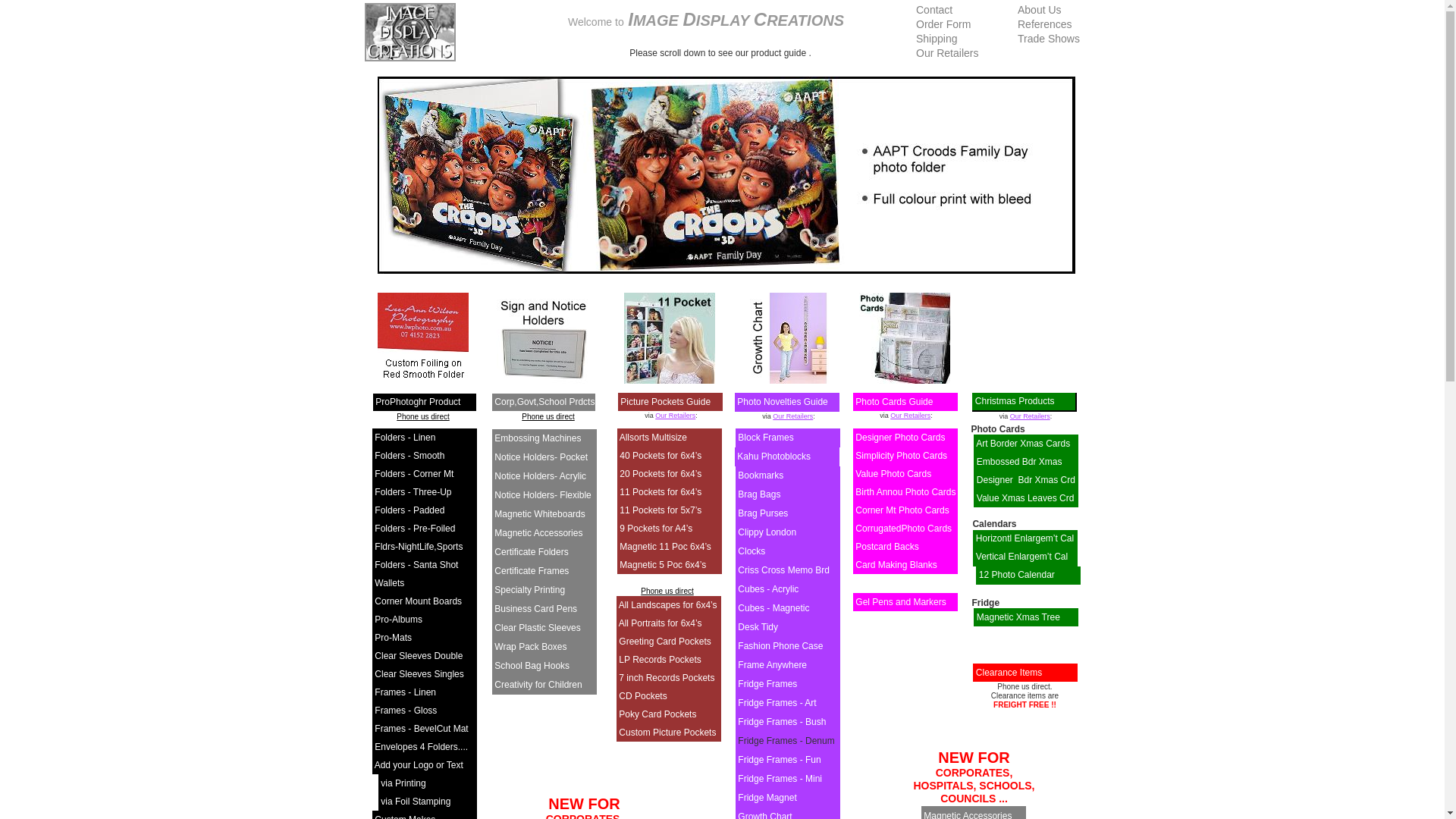 Image resolution: width=1456 pixels, height=819 pixels. I want to click on 'Value Photo Cards', so click(893, 472).